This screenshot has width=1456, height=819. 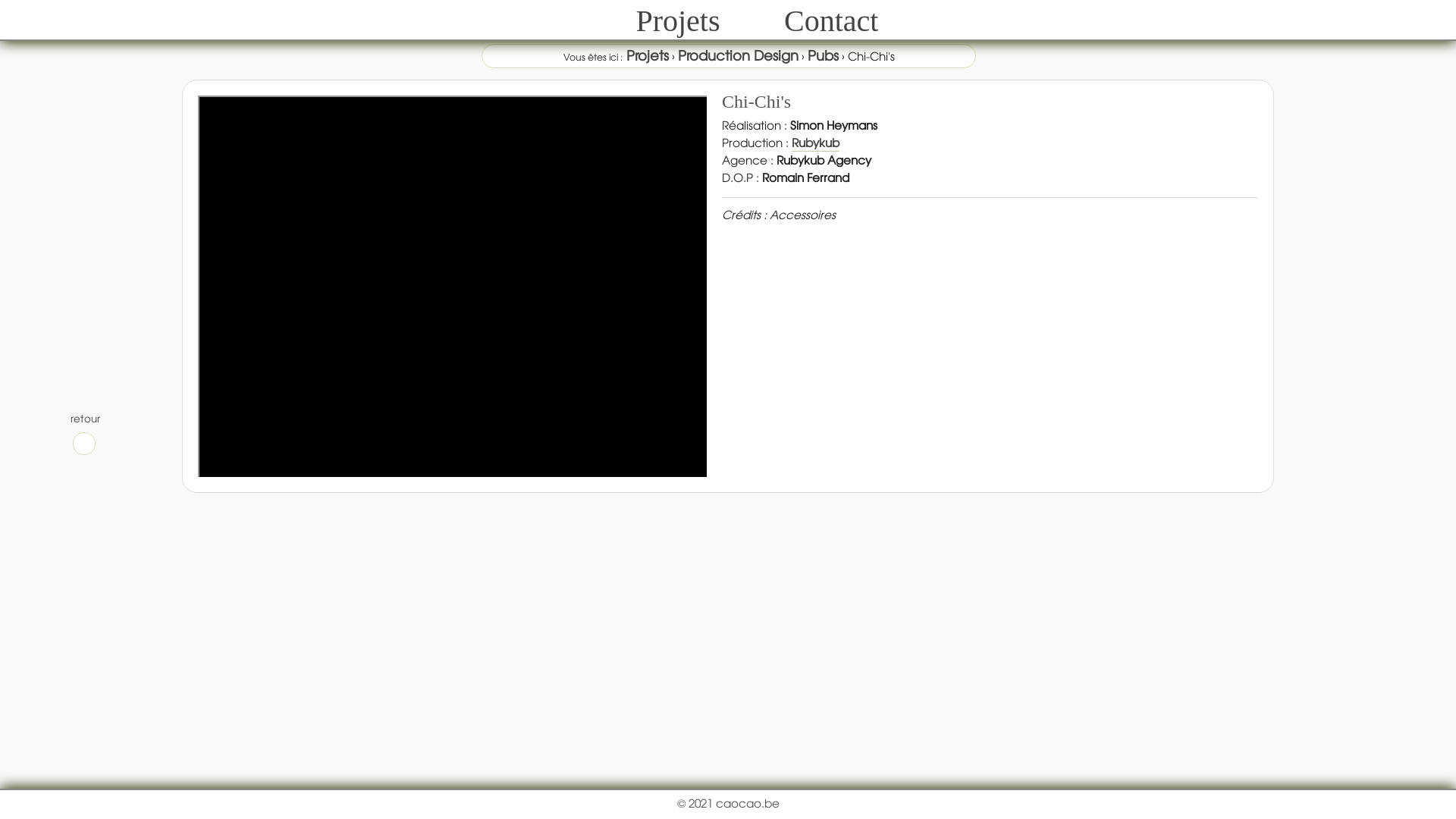 I want to click on 'Projets', so click(x=648, y=54).